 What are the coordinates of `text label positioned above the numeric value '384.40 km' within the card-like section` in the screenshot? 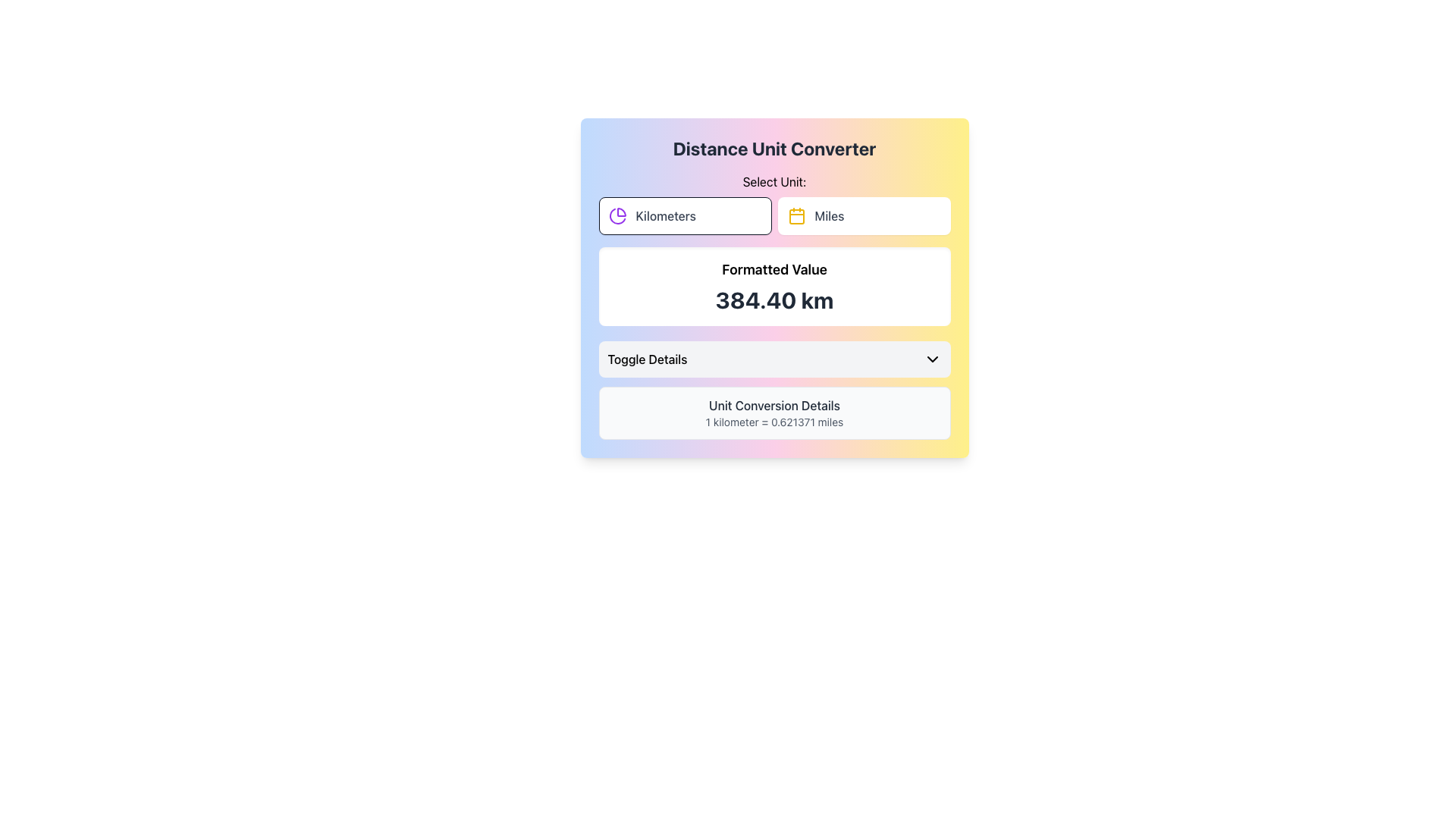 It's located at (774, 268).